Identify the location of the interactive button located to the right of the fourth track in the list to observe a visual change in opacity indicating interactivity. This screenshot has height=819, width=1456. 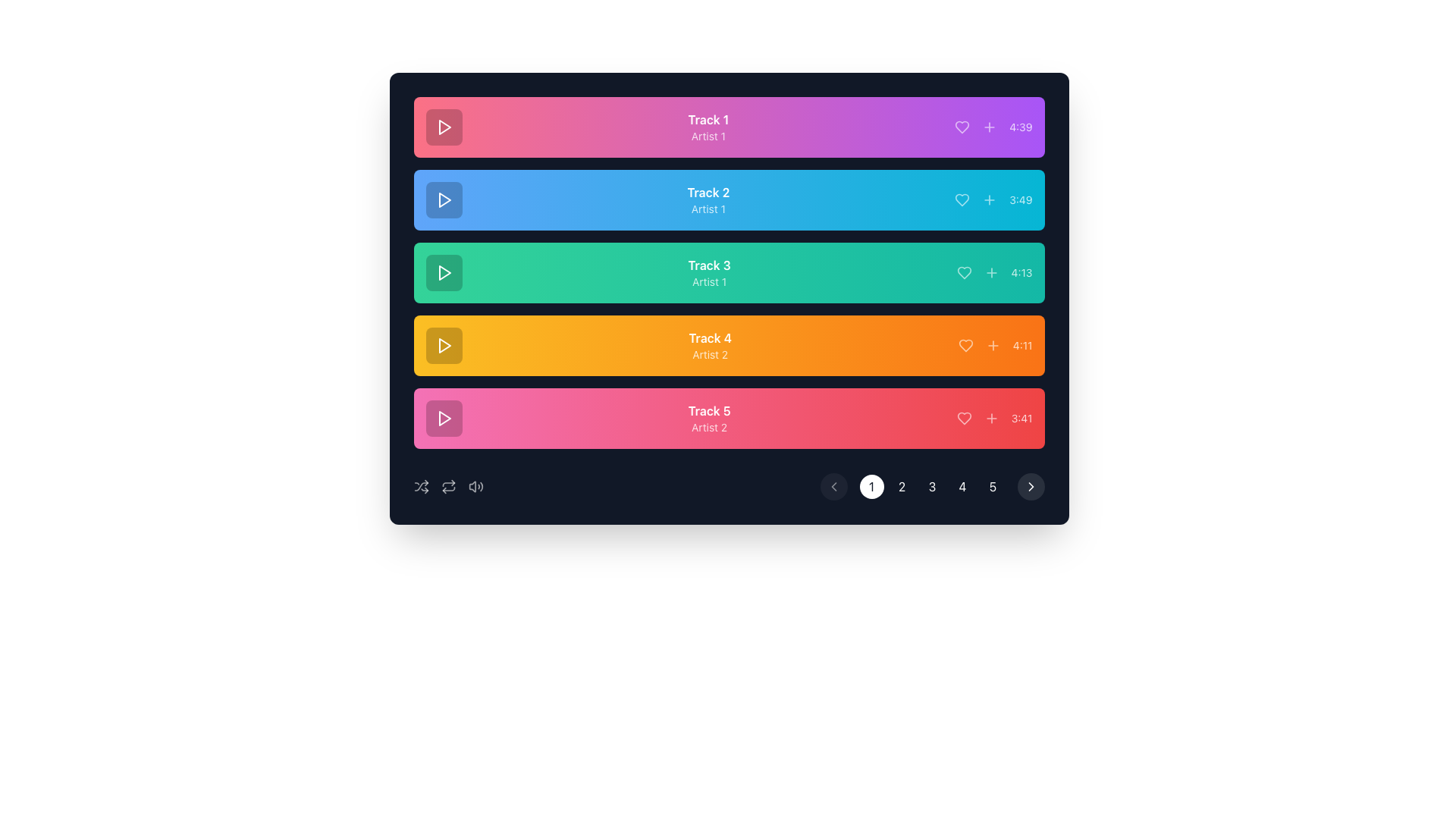
(993, 345).